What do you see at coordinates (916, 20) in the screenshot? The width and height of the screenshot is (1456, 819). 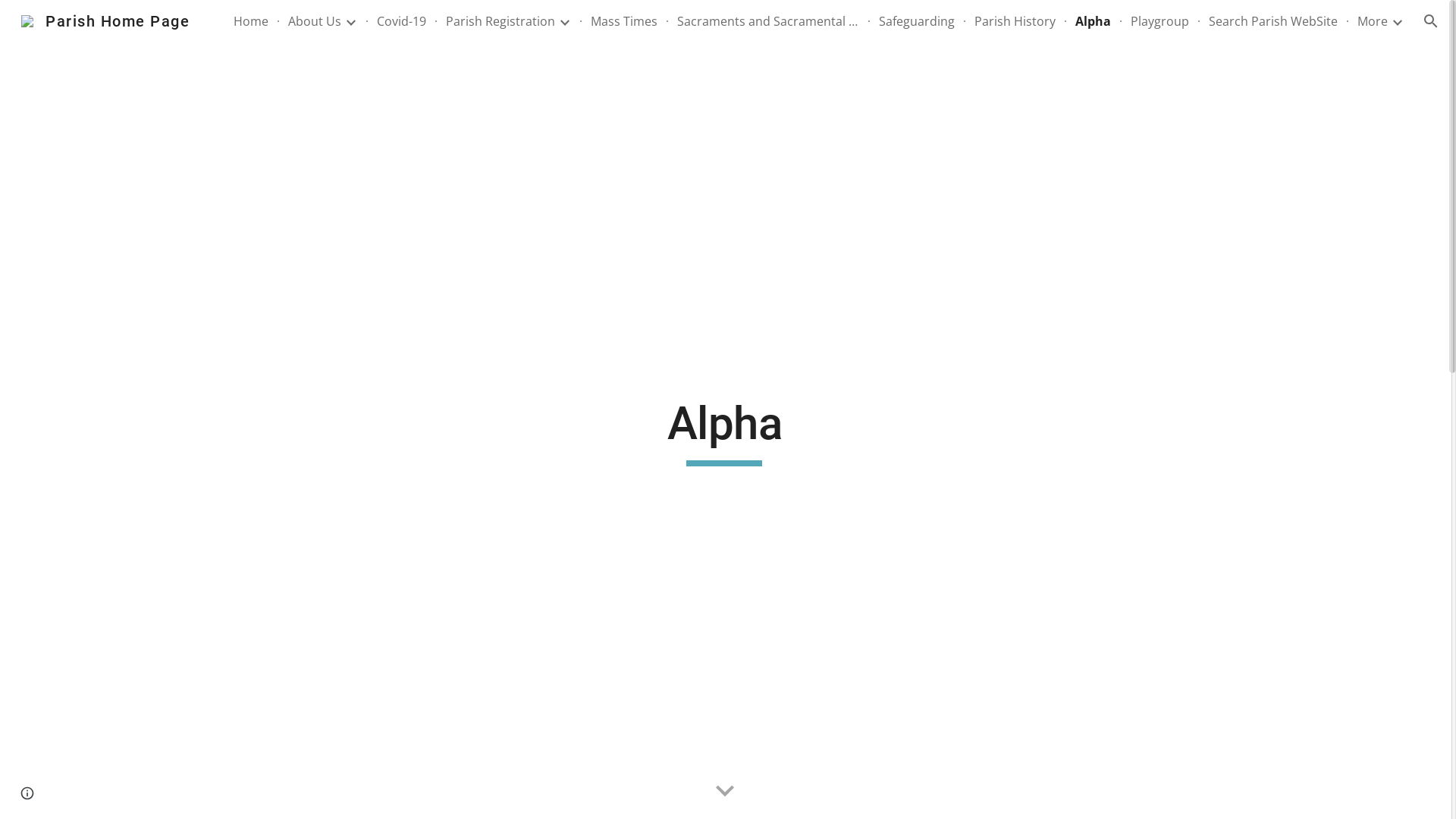 I see `'Safeguarding'` at bounding box center [916, 20].